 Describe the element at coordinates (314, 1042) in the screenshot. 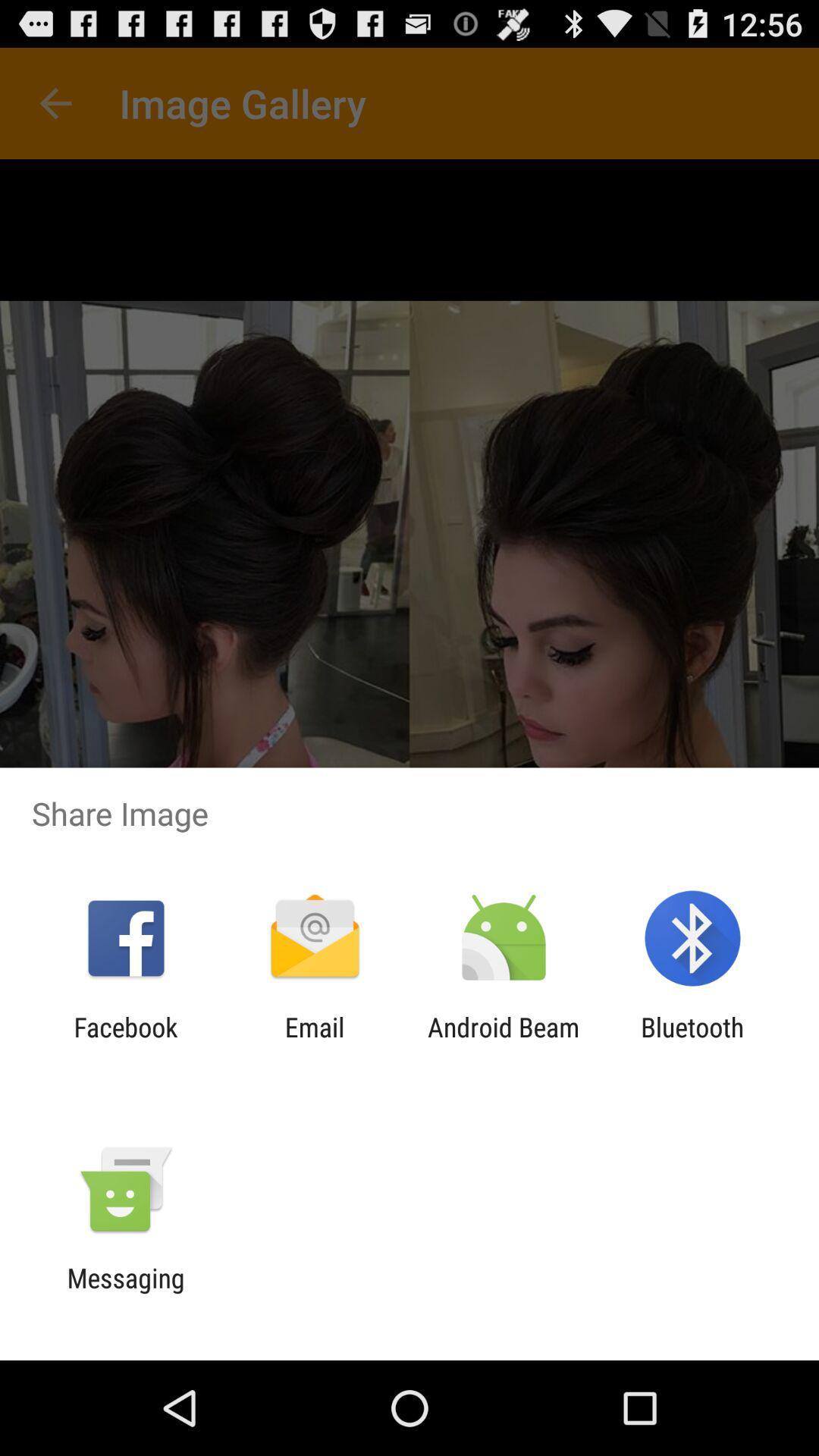

I see `the icon to the left of android beam app` at that location.